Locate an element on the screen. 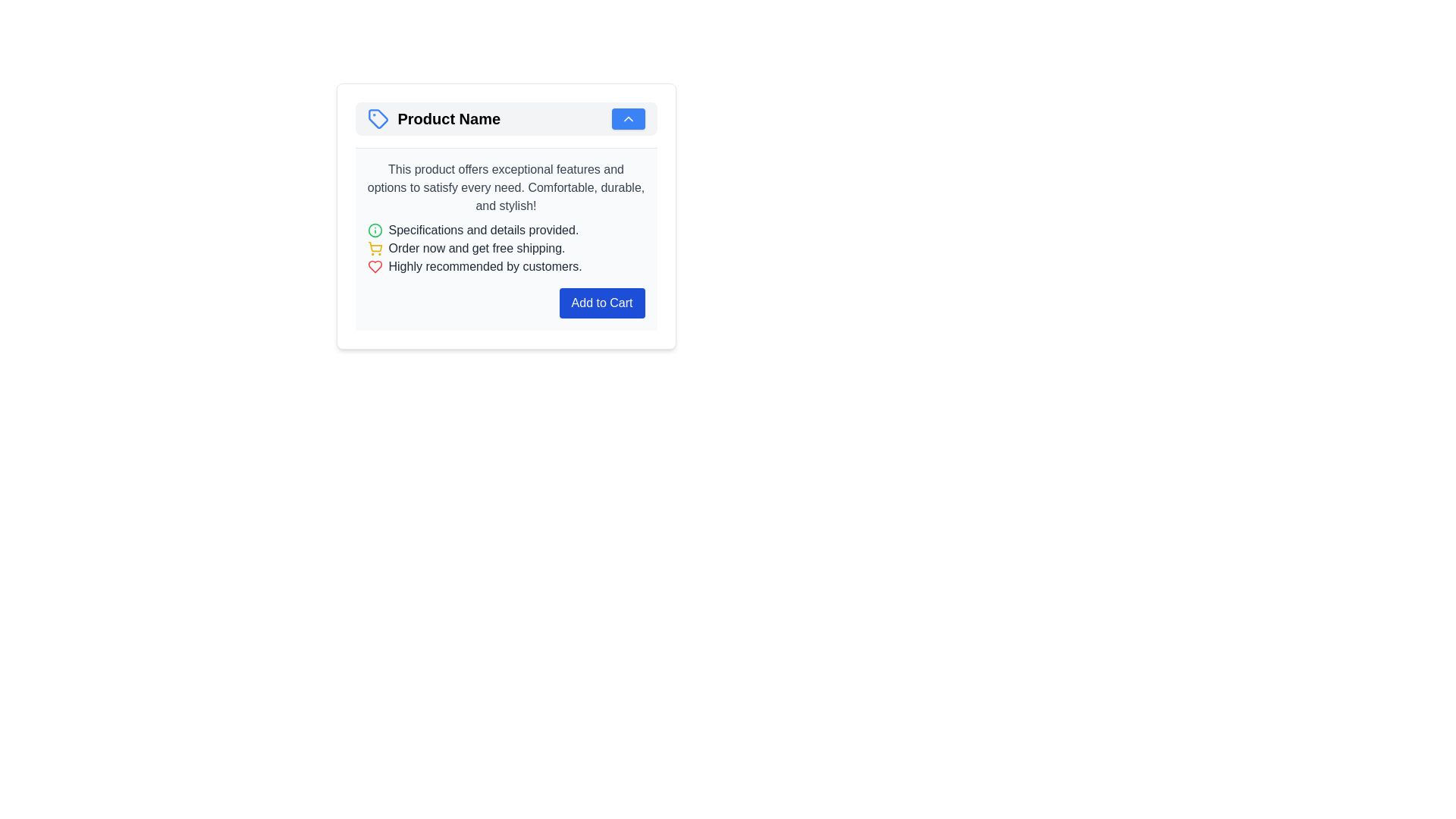  the text statement 'Highly recommended by customers.' with a red heart icon, which is positioned at the bottom of the recommendations list is located at coordinates (506, 265).